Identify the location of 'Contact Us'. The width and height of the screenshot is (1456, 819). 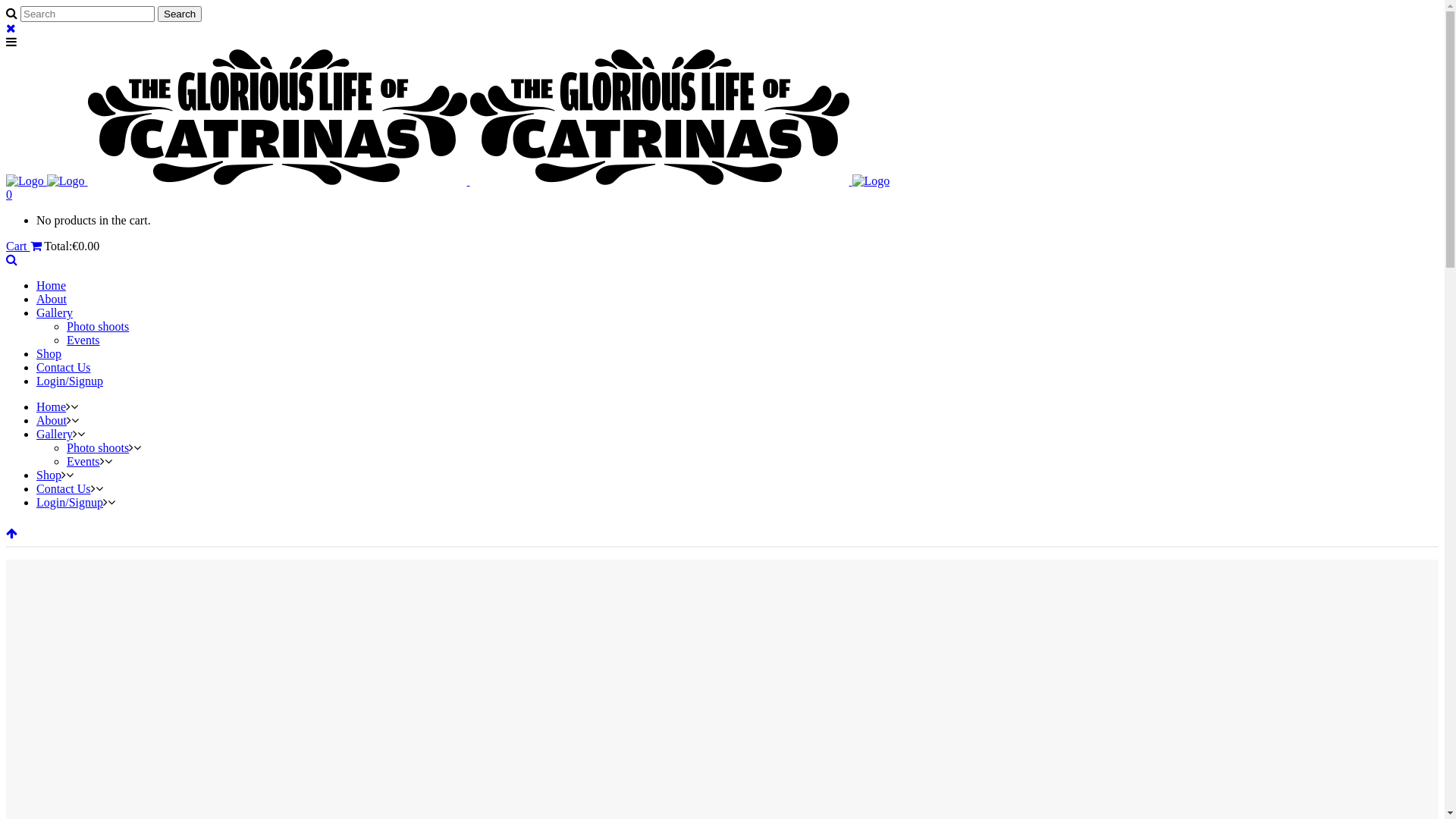
(62, 367).